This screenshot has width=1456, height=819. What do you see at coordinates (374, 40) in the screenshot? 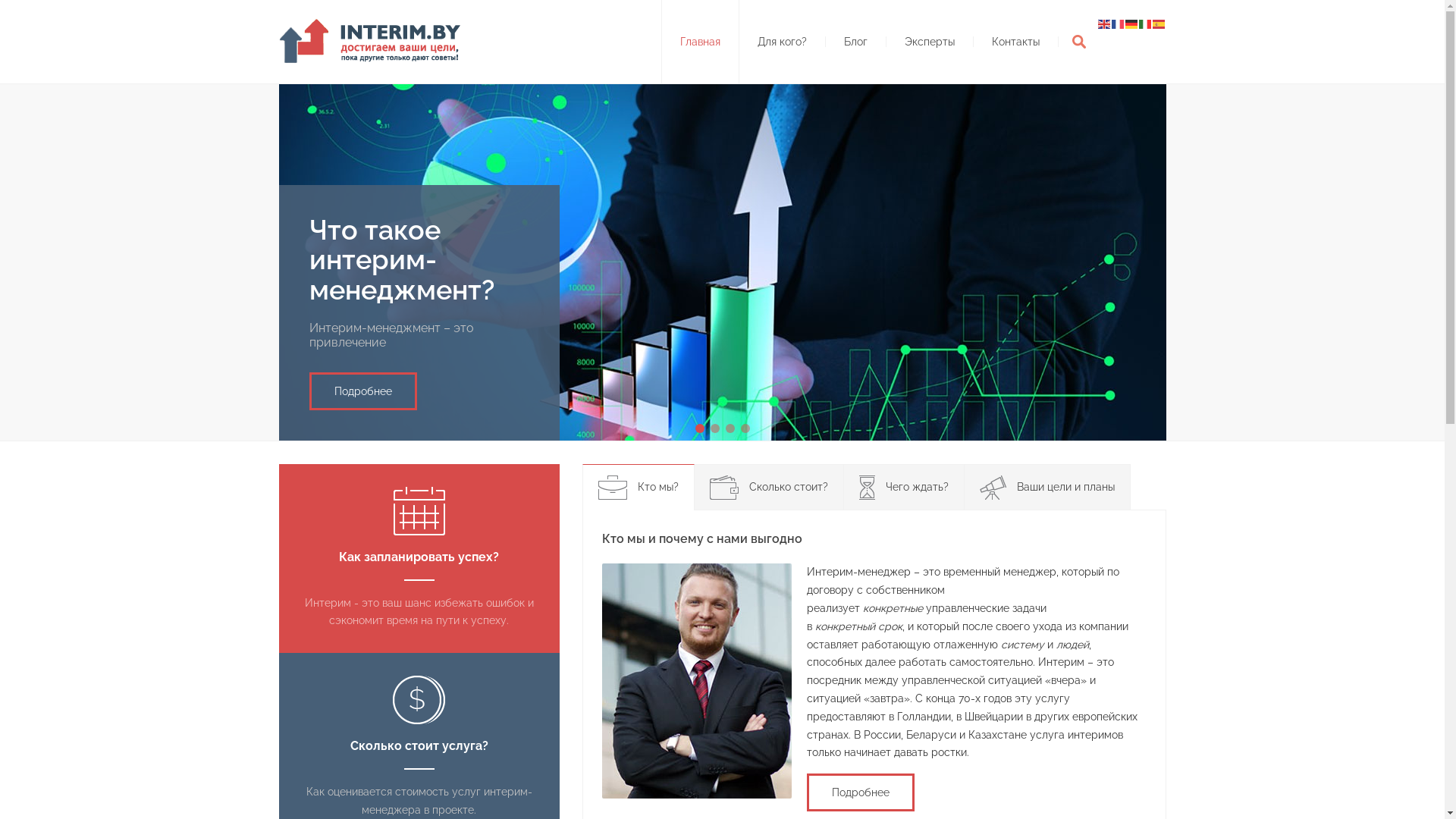
I see `'logo-red image'` at bounding box center [374, 40].